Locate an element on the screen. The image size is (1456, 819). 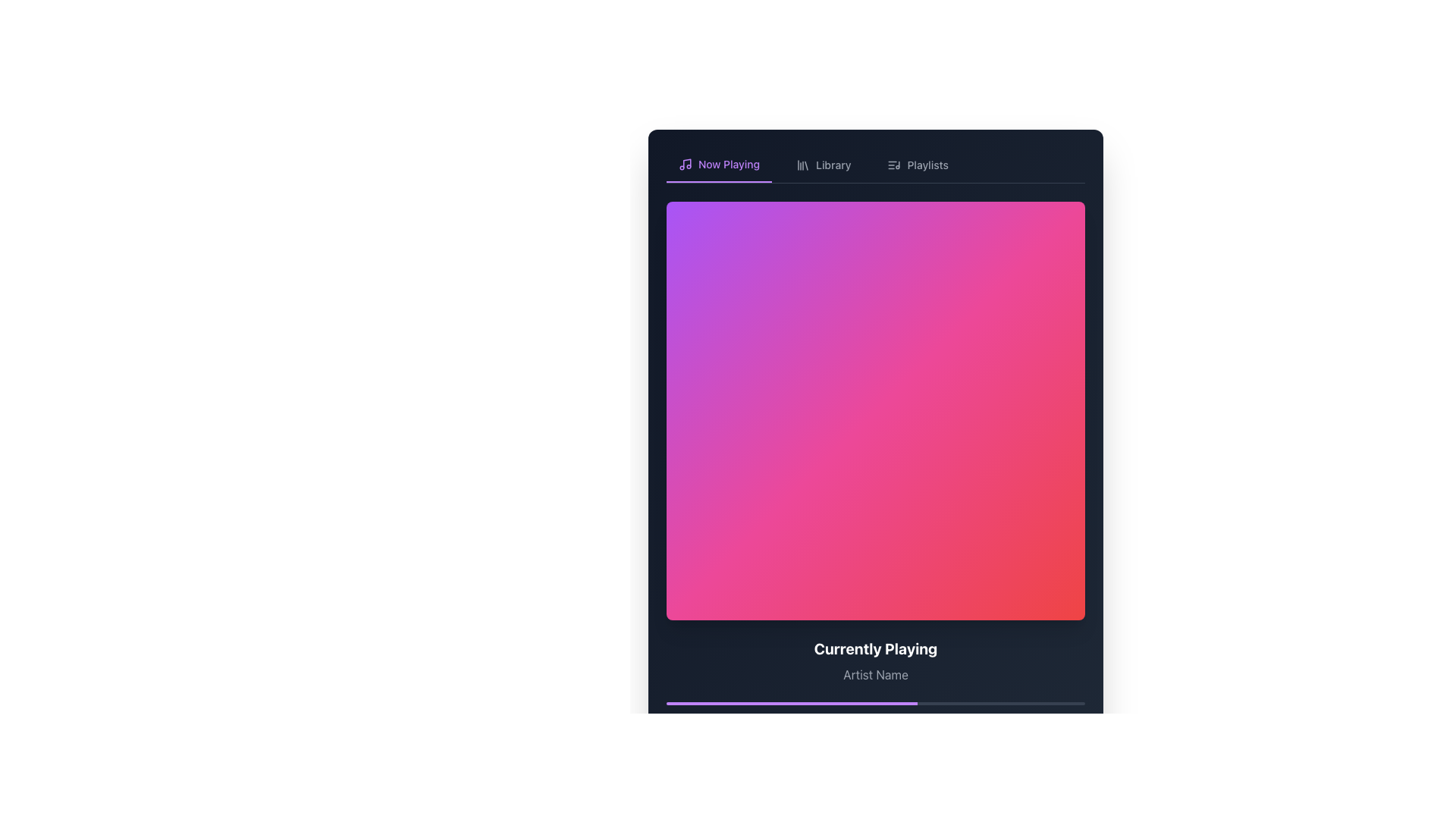
the 'Library' navigation tab button, which is the second item in a row of three navigation tabs is located at coordinates (823, 165).